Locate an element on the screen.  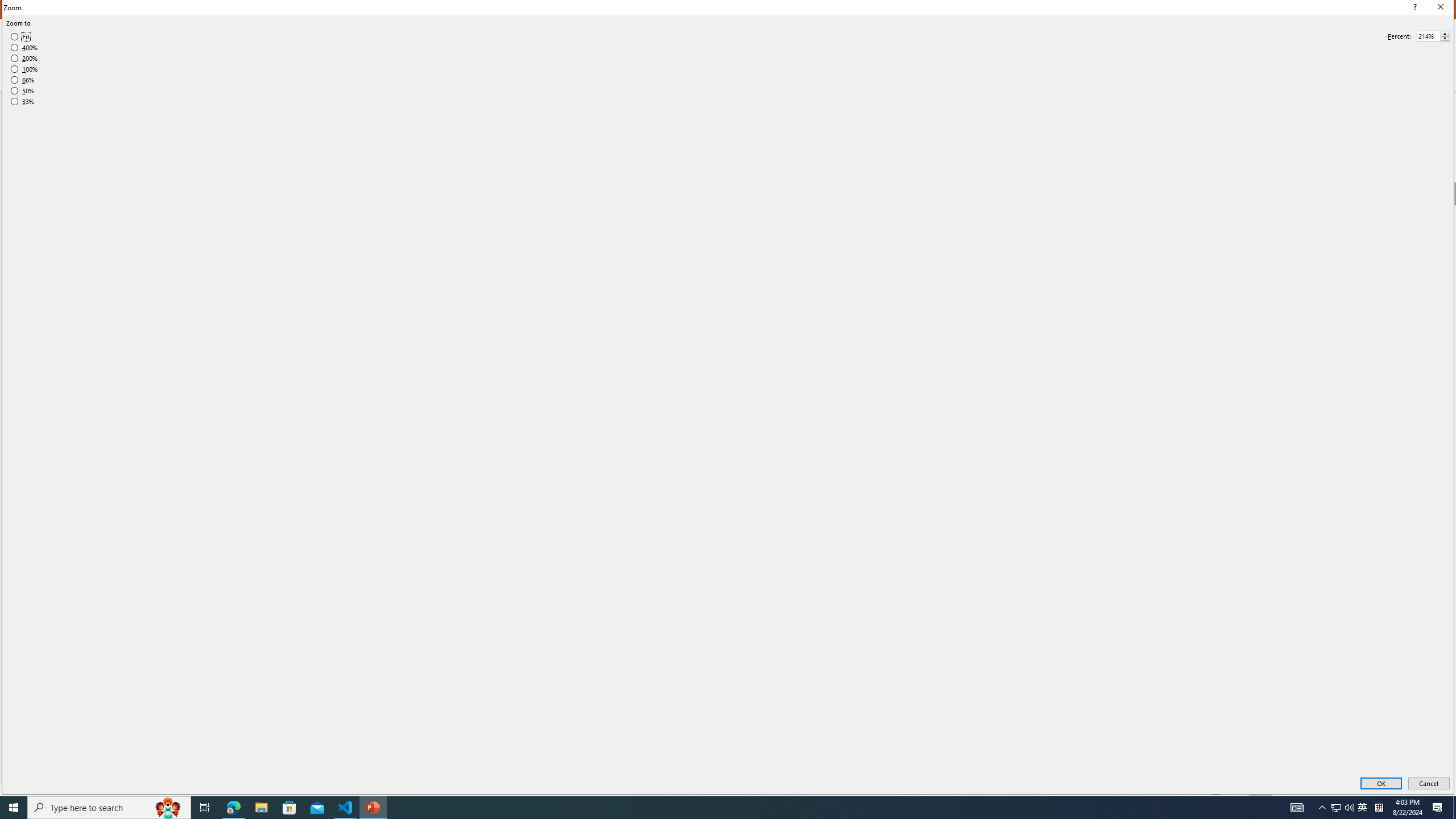
'33%' is located at coordinates (22, 102).